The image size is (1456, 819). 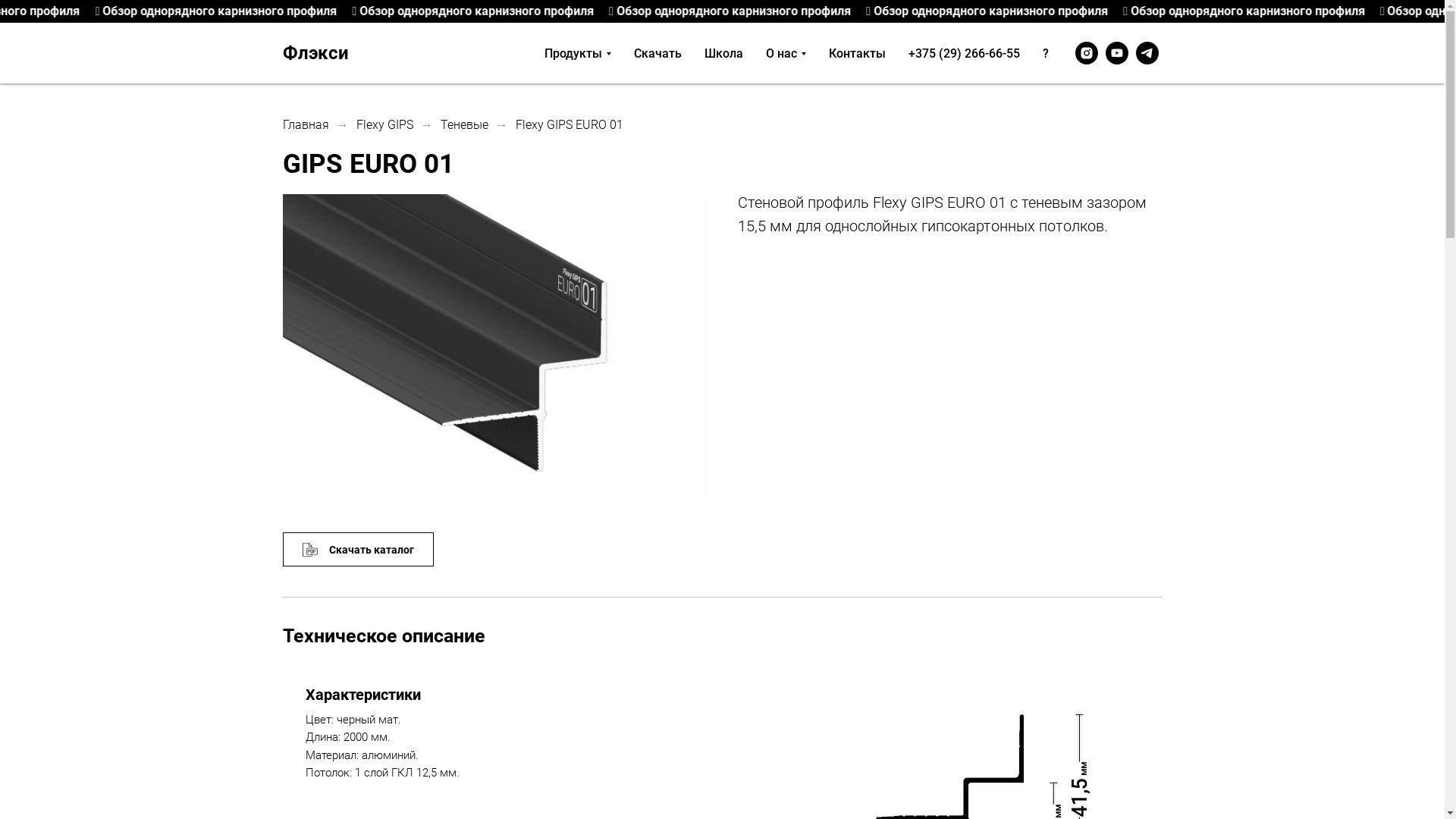 What do you see at coordinates (384, 124) in the screenshot?
I see `'Flexy GIPS'` at bounding box center [384, 124].